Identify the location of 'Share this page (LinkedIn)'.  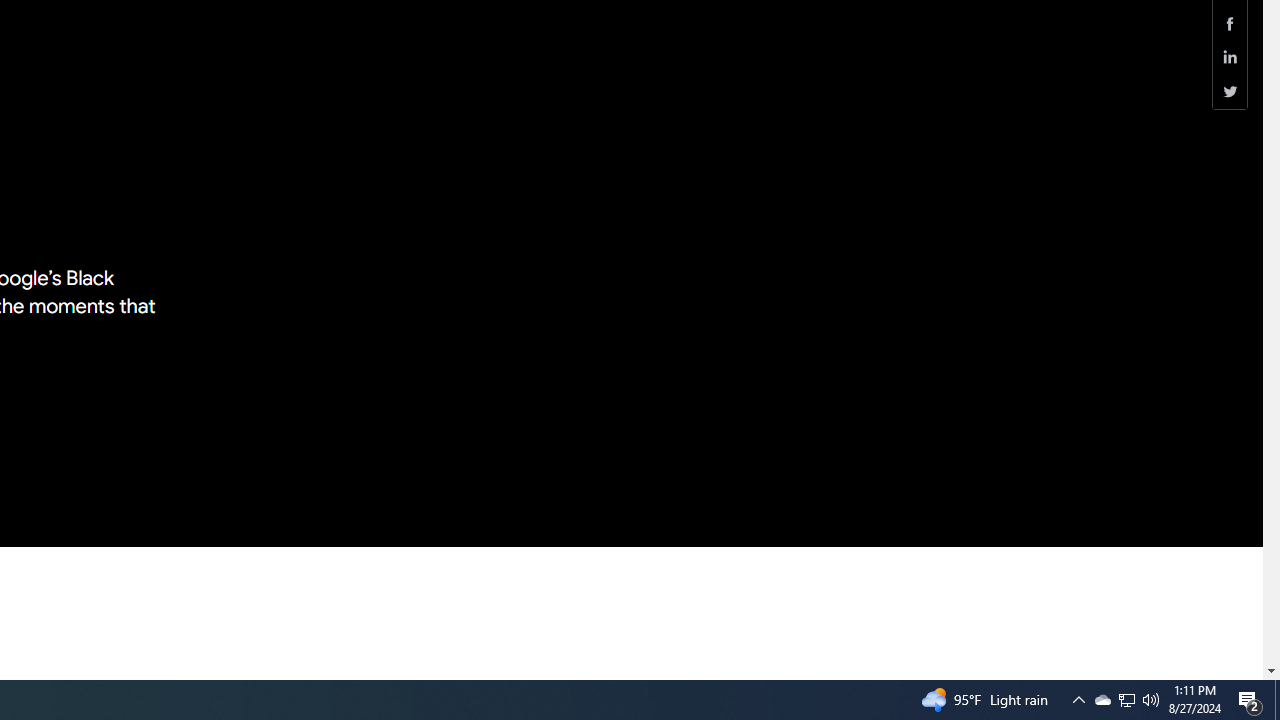
(1229, 56).